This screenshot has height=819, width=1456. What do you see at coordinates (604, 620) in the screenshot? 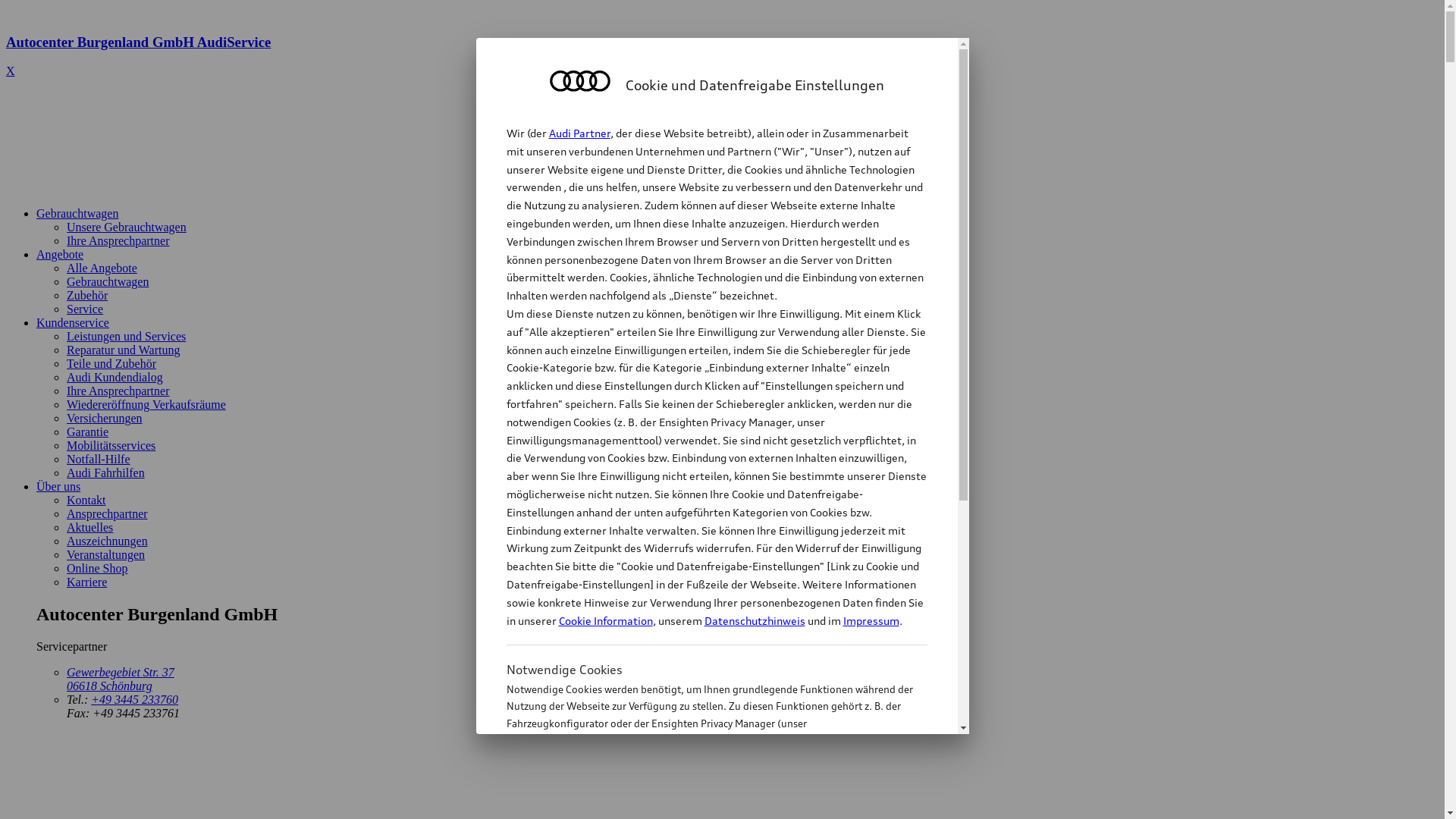
I see `'Cookie Information'` at bounding box center [604, 620].